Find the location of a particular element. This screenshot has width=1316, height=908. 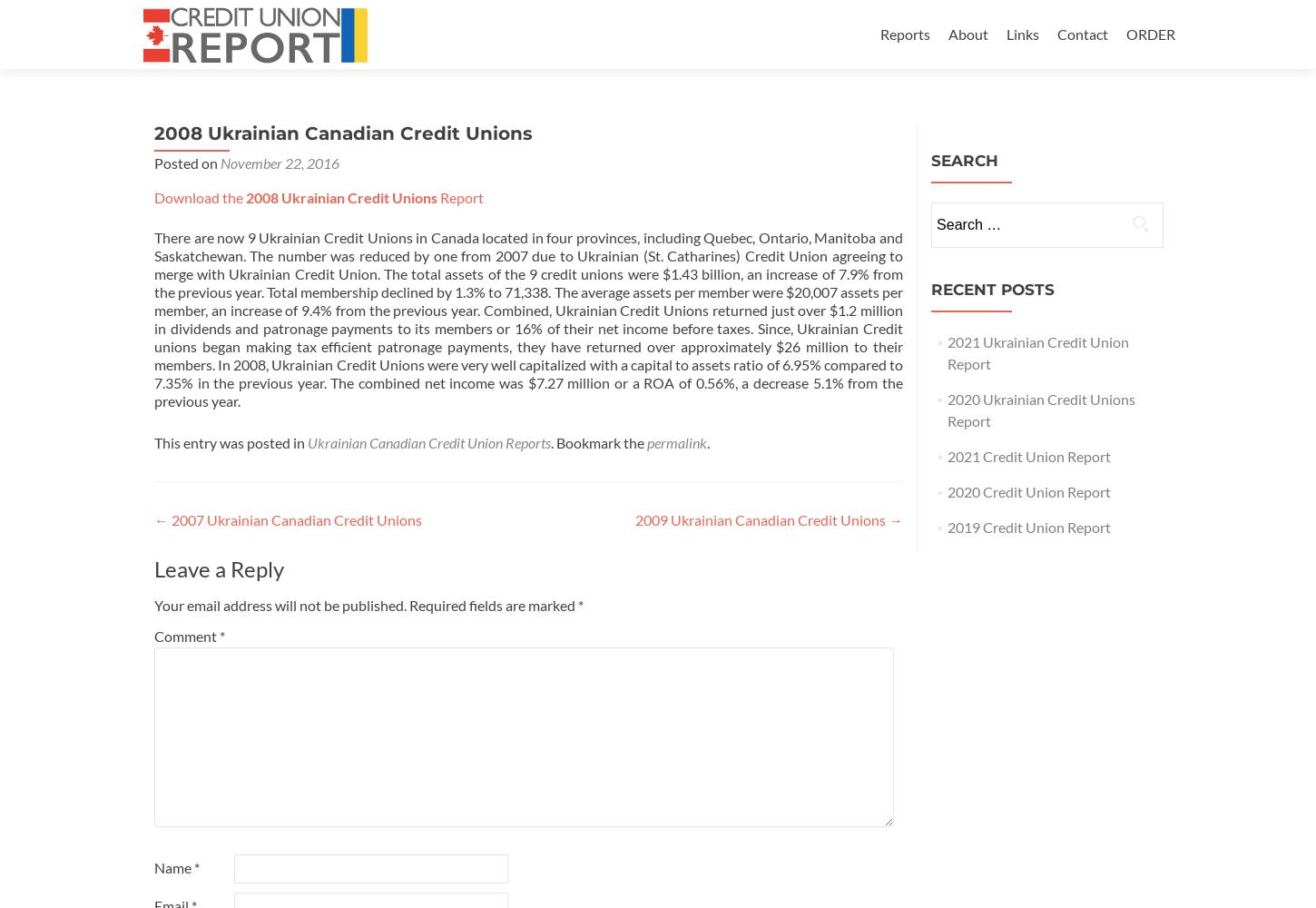

'Your email address will not be published.' is located at coordinates (280, 605).